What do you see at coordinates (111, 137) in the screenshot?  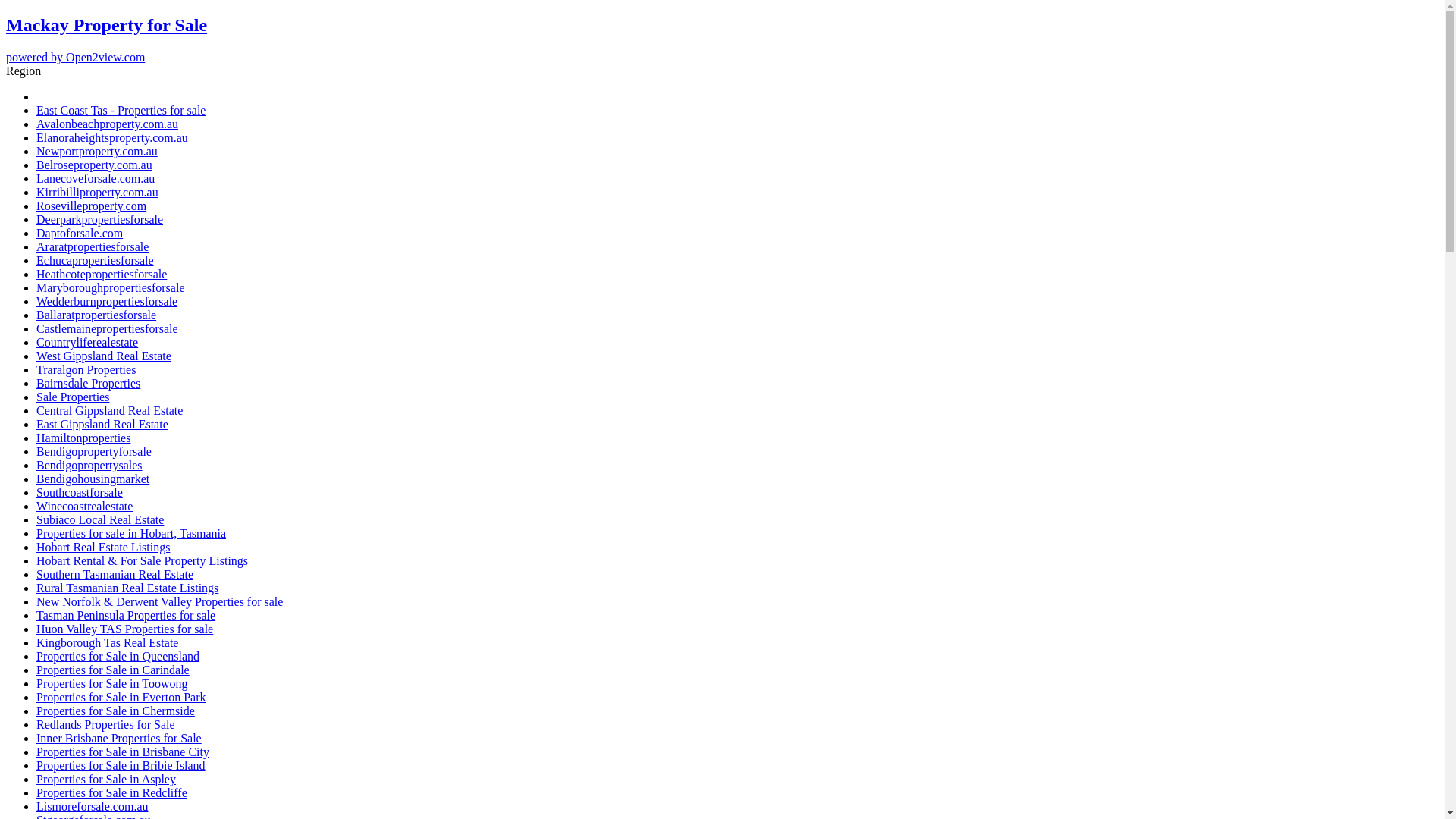 I see `'Elanoraheightsproperty.com.au'` at bounding box center [111, 137].